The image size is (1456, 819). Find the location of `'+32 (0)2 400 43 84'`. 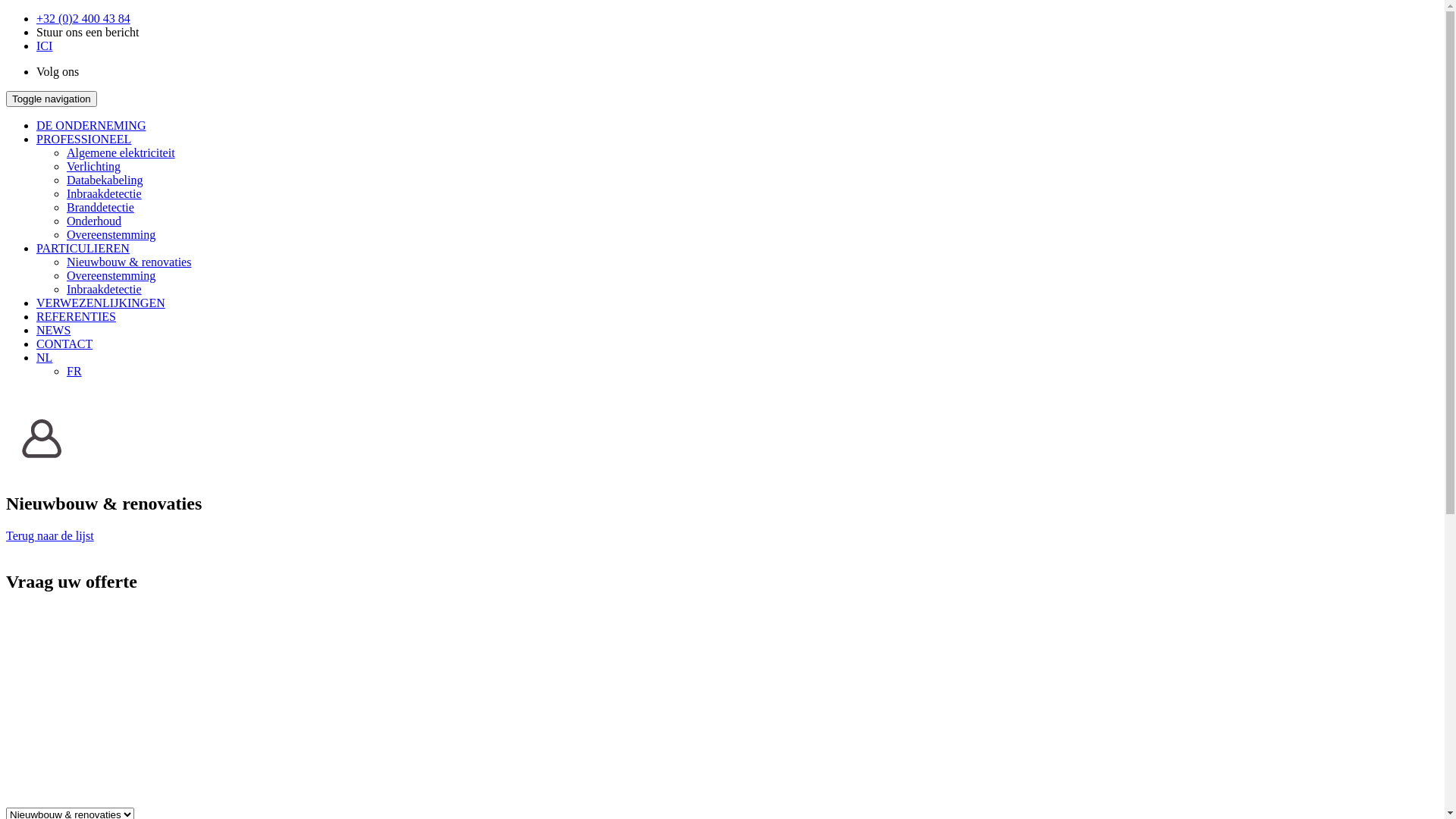

'+32 (0)2 400 43 84' is located at coordinates (83, 18).